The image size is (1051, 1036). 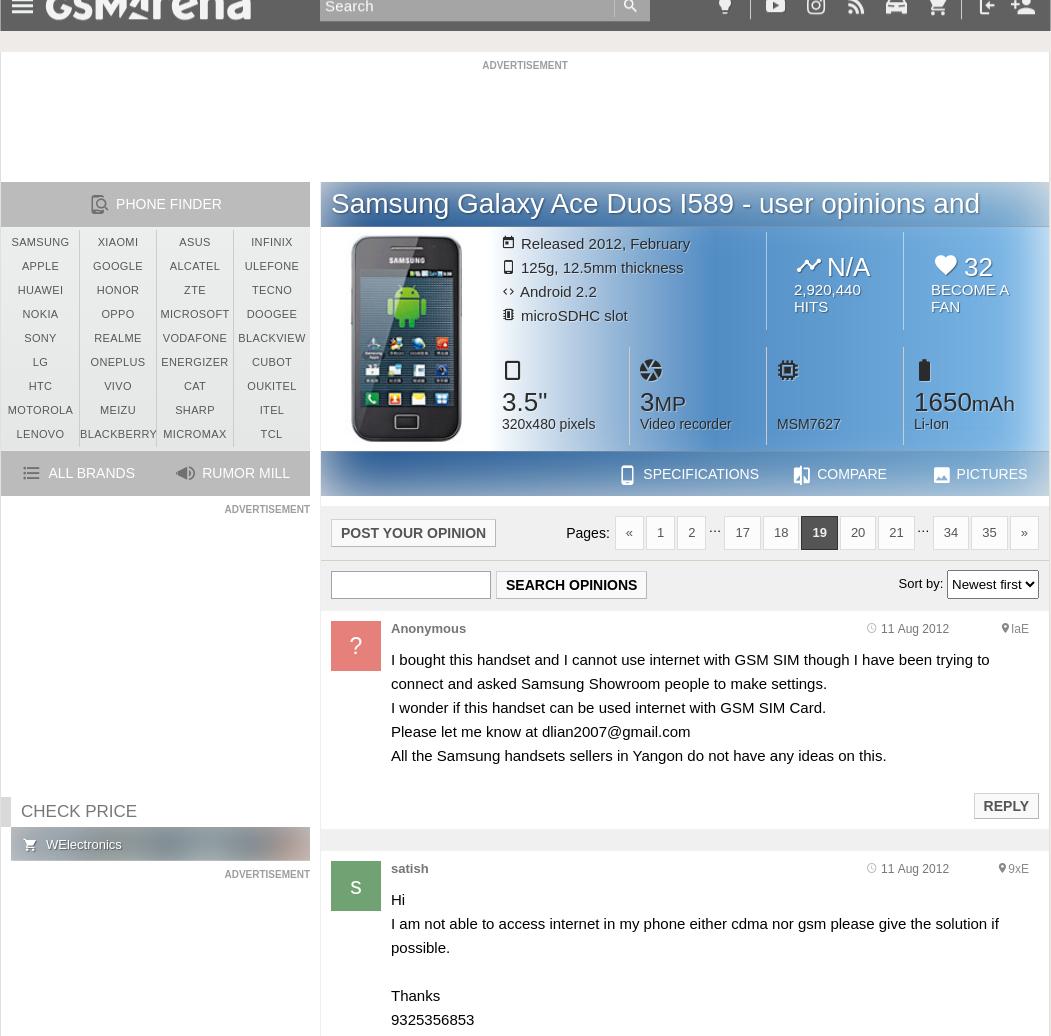 What do you see at coordinates (827, 297) in the screenshot?
I see `'2,920,440 hits'` at bounding box center [827, 297].